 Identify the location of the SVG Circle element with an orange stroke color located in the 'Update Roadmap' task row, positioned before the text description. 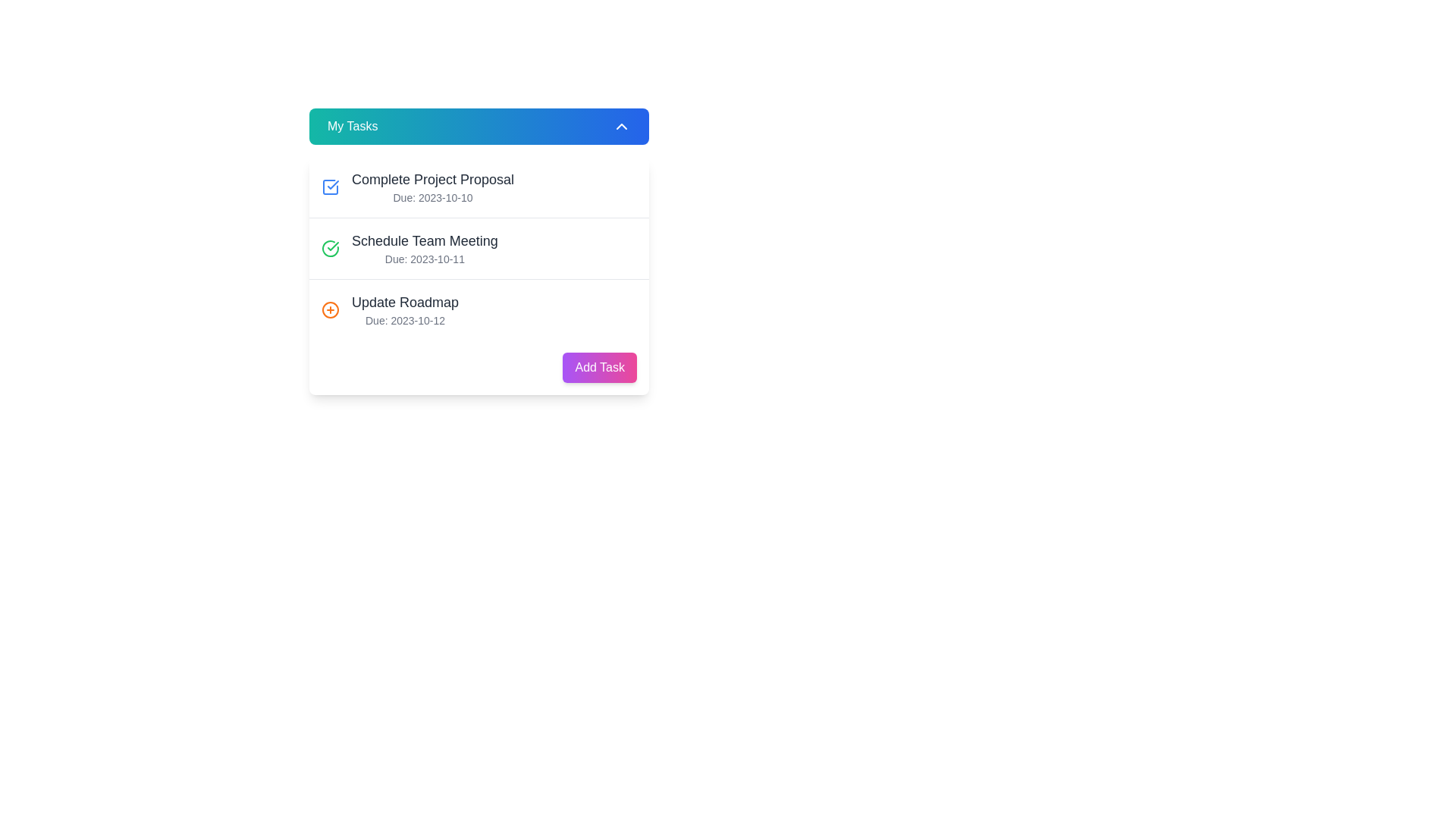
(330, 309).